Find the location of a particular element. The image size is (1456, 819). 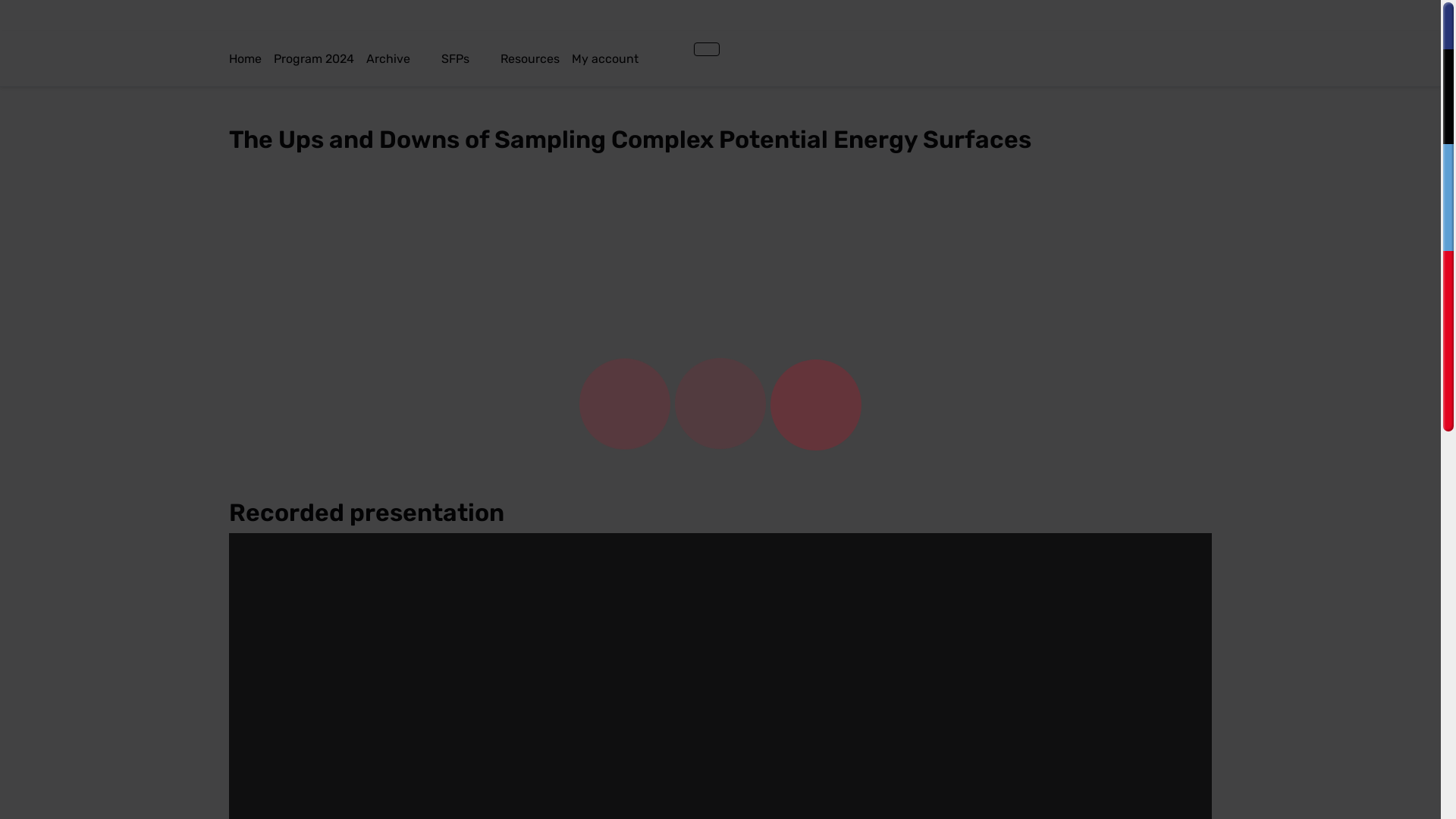

'Contact' is located at coordinates (675, 48).